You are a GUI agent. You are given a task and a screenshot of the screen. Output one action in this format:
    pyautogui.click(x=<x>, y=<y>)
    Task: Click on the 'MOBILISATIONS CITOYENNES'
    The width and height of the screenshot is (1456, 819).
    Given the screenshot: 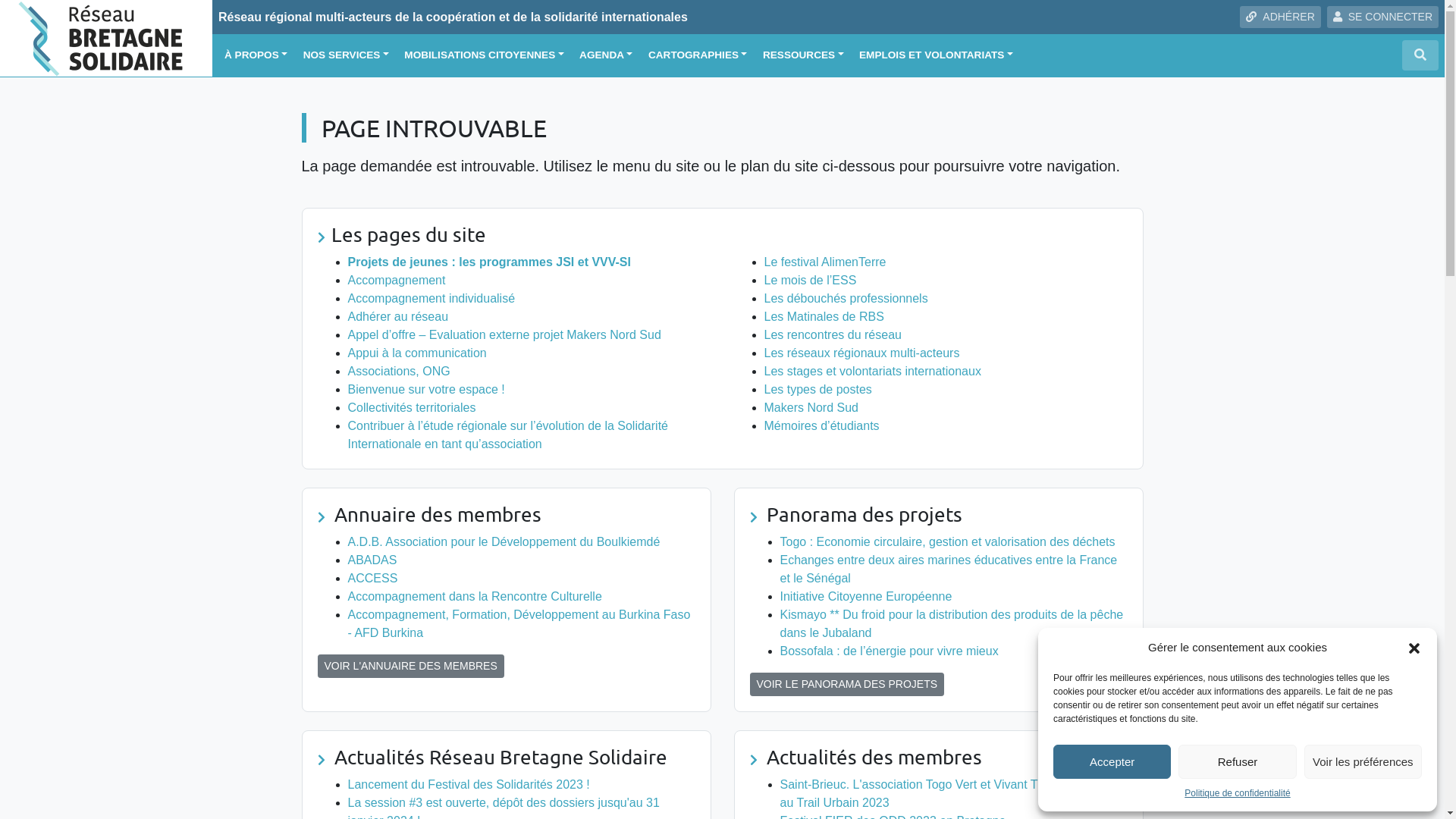 What is the action you would take?
    pyautogui.click(x=483, y=55)
    